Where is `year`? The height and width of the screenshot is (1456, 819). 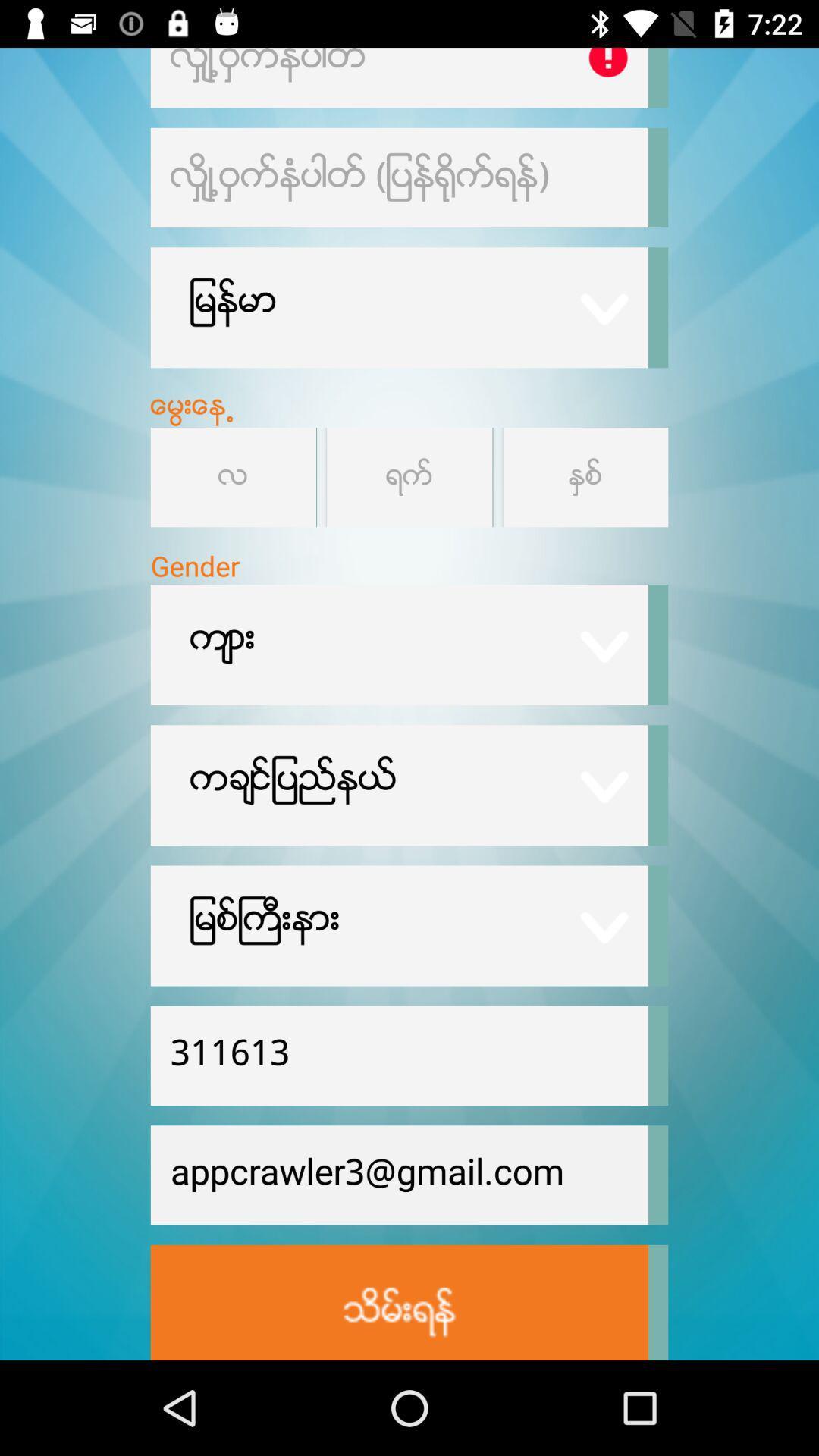
year is located at coordinates (585, 476).